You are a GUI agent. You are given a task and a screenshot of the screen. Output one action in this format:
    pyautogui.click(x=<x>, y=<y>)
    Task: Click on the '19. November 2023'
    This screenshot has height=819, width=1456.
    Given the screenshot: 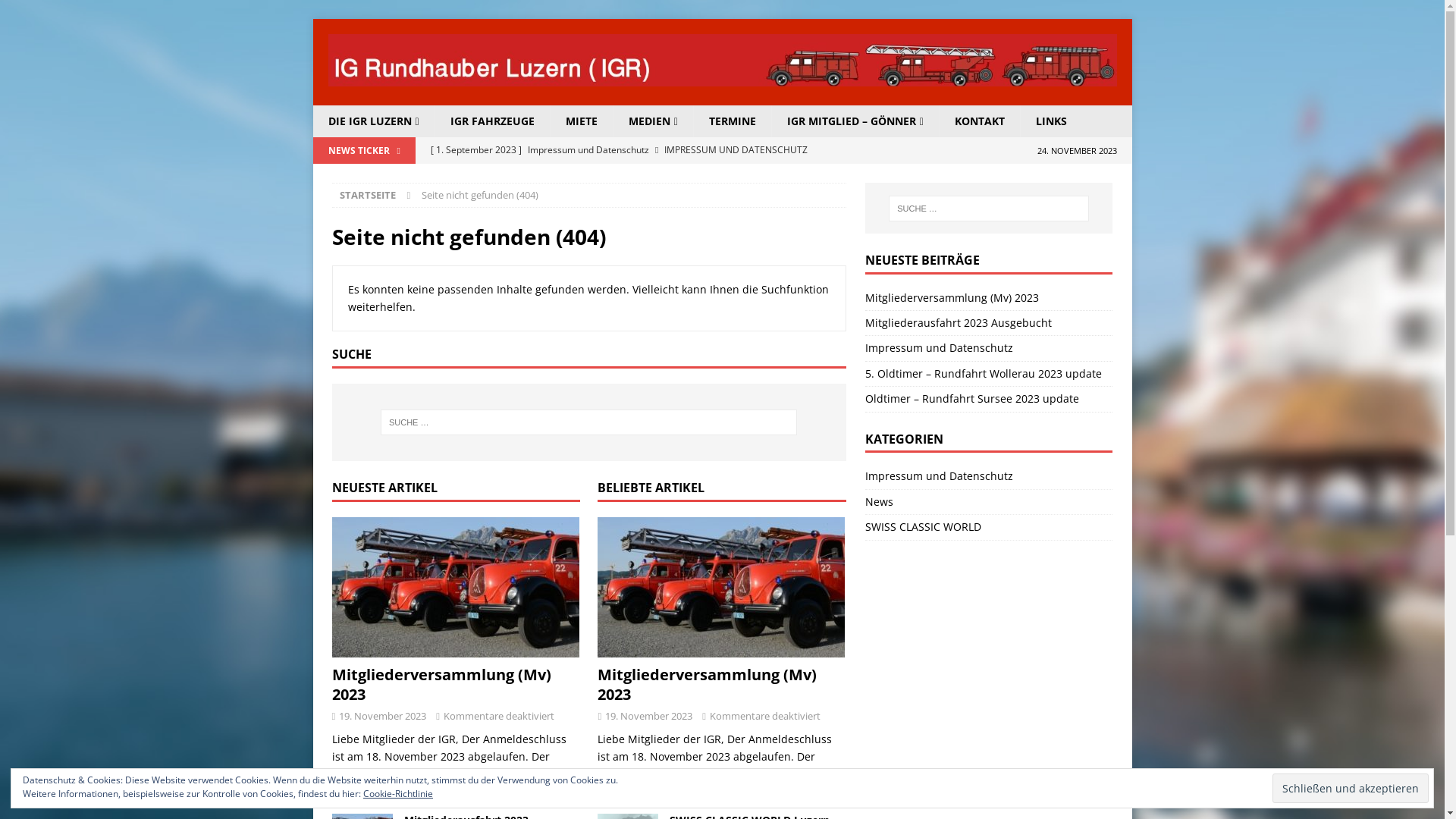 What is the action you would take?
    pyautogui.click(x=648, y=716)
    